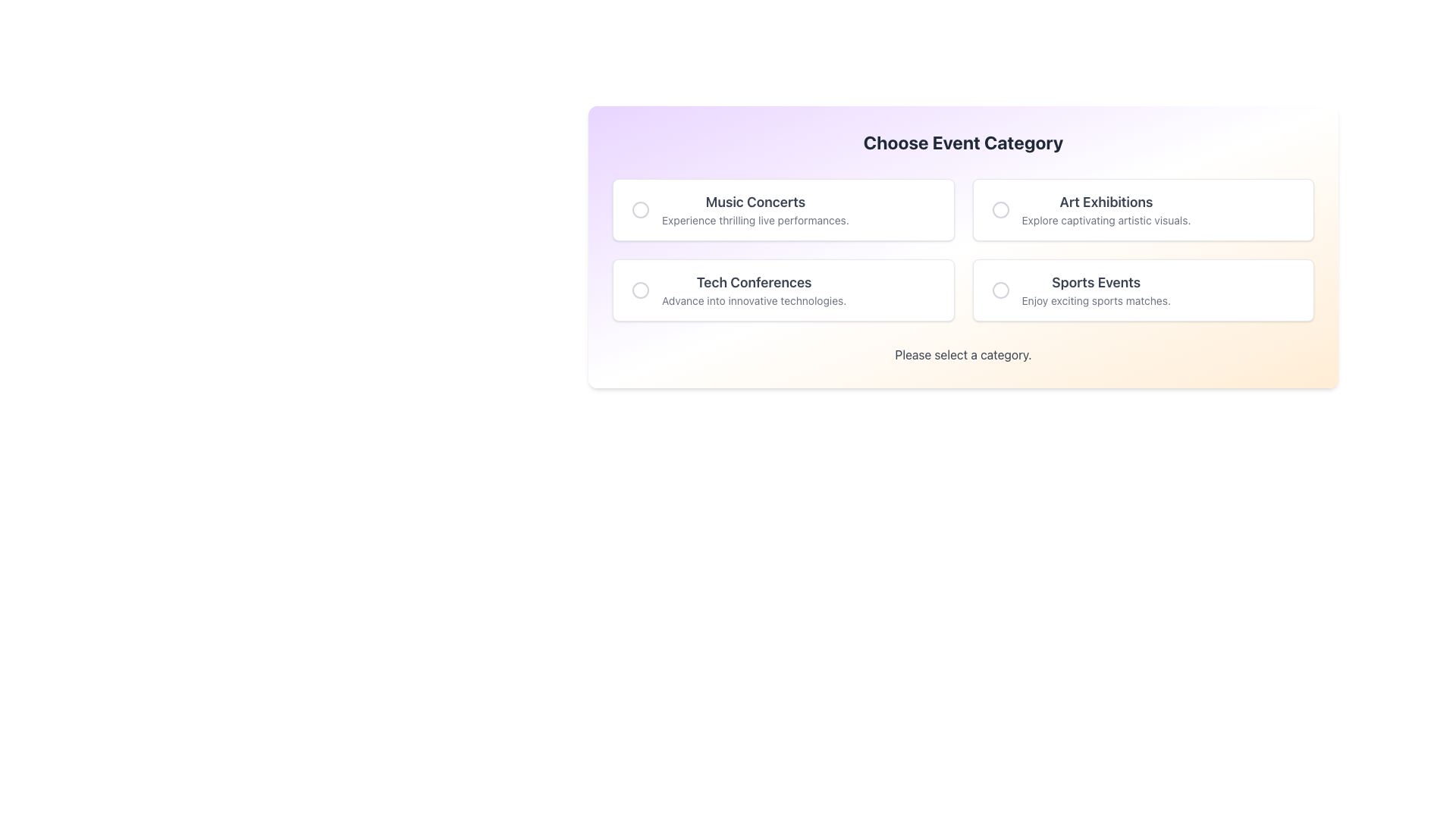 The height and width of the screenshot is (819, 1456). I want to click on the central circle within the 'Choose Event Category' section, so click(640, 210).